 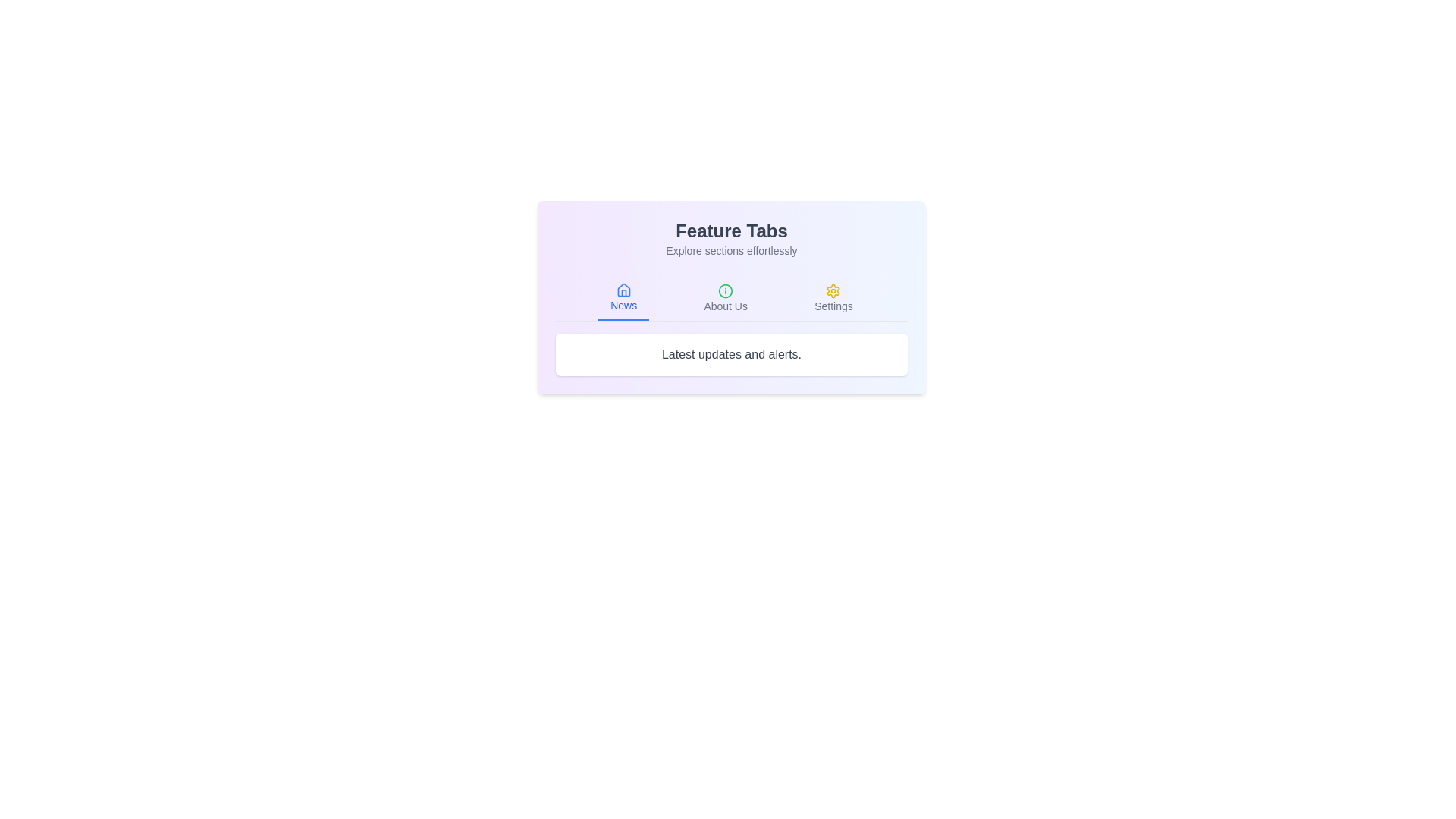 I want to click on the tab labeled About Us, so click(x=725, y=298).